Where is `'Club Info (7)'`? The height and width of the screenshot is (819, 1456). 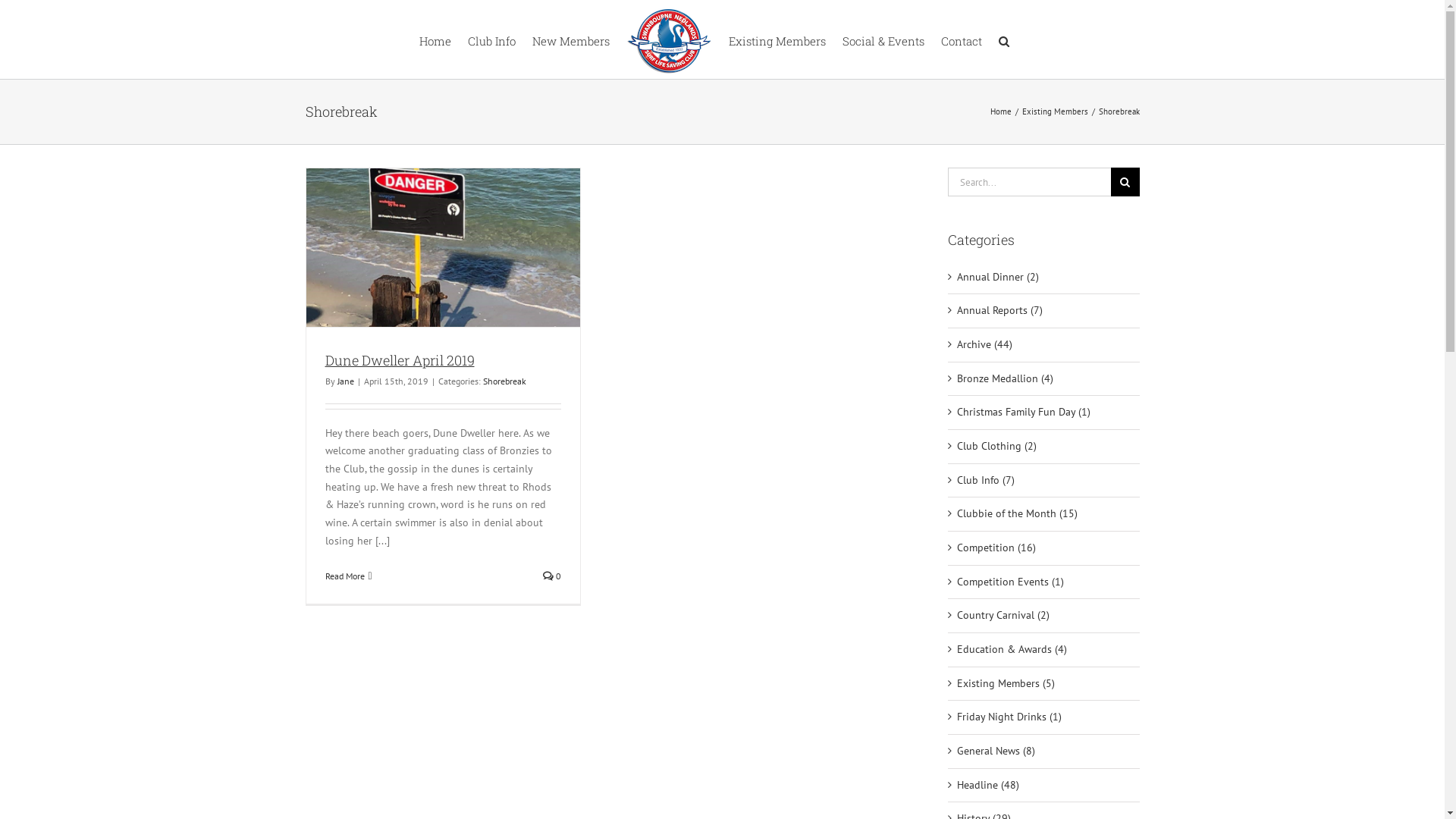 'Club Info (7)' is located at coordinates (956, 480).